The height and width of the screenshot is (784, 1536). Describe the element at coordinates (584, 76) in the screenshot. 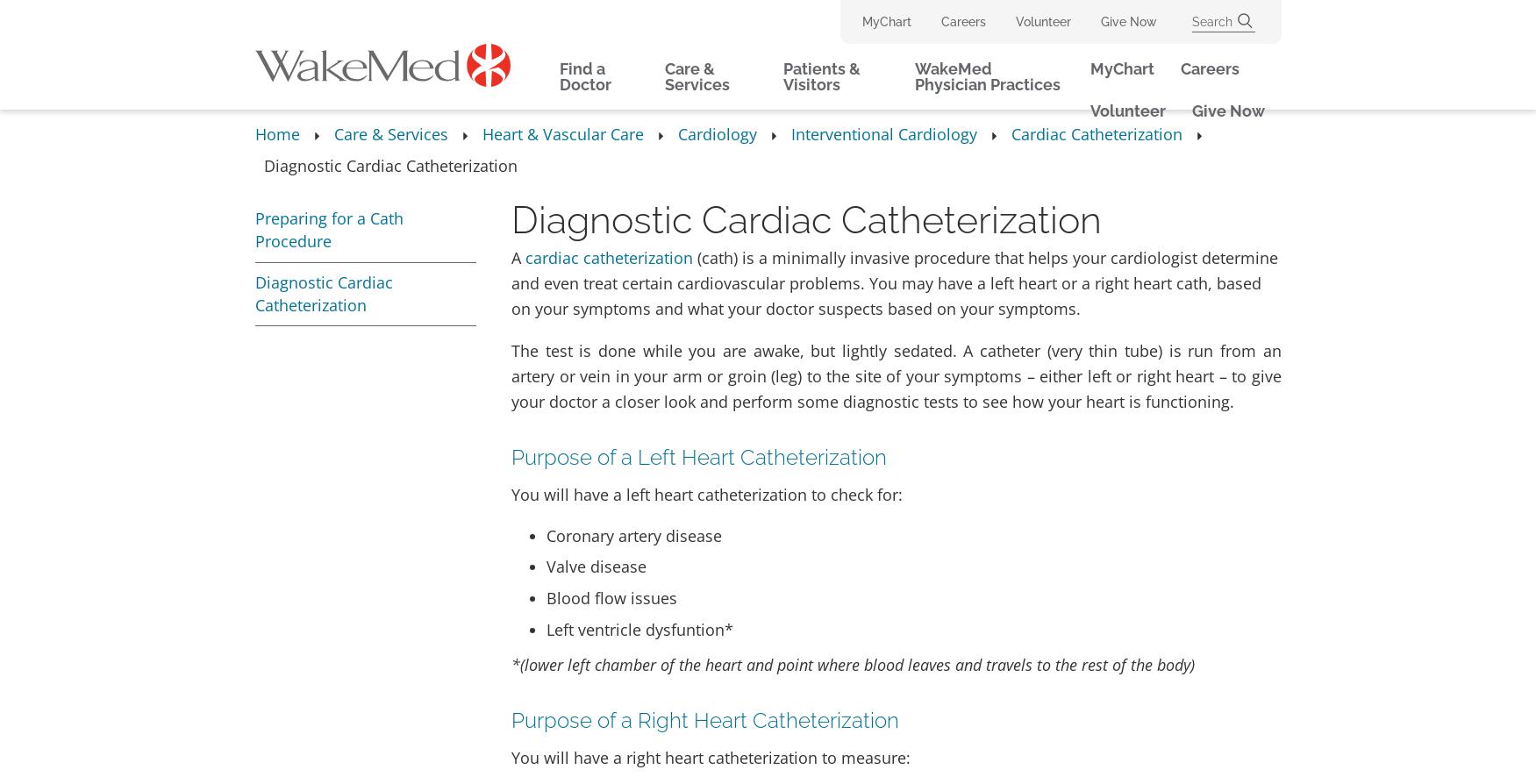

I see `'Find a Doctor'` at that location.